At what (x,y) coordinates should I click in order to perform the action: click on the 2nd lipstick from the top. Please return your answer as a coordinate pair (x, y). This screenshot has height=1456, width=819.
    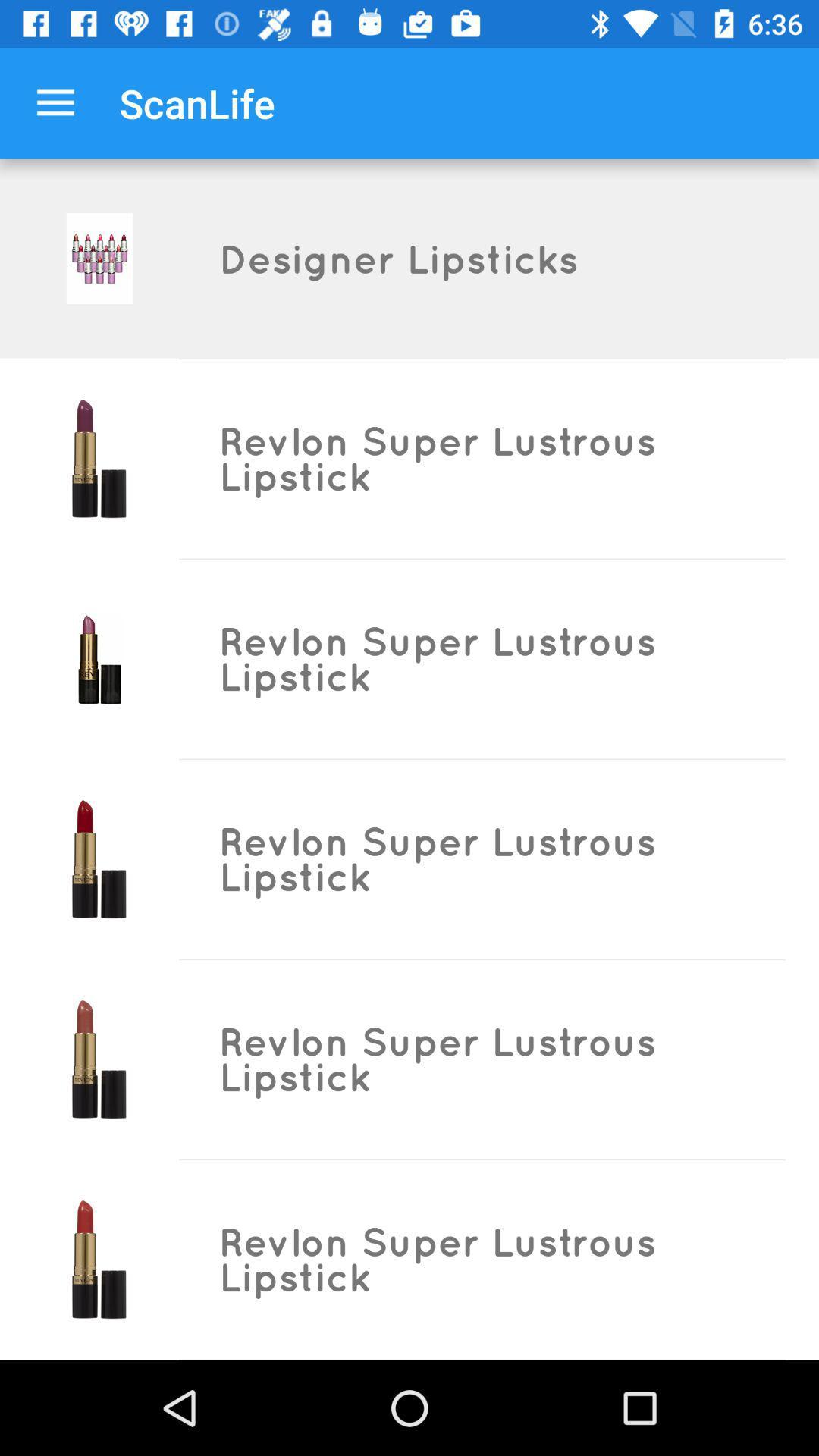
    Looking at the image, I should click on (99, 658).